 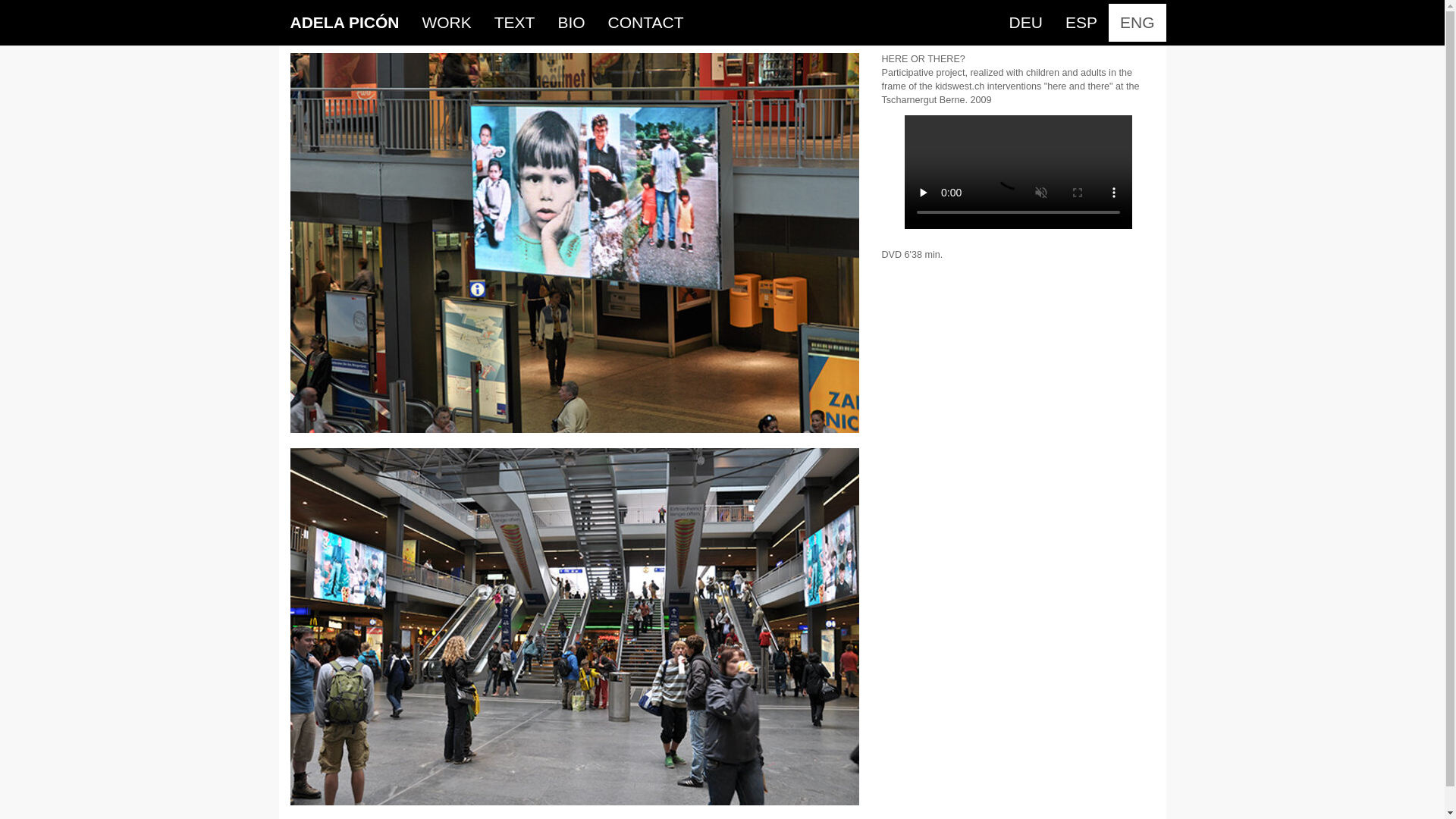 What do you see at coordinates (482, 23) in the screenshot?
I see `'TEXT'` at bounding box center [482, 23].